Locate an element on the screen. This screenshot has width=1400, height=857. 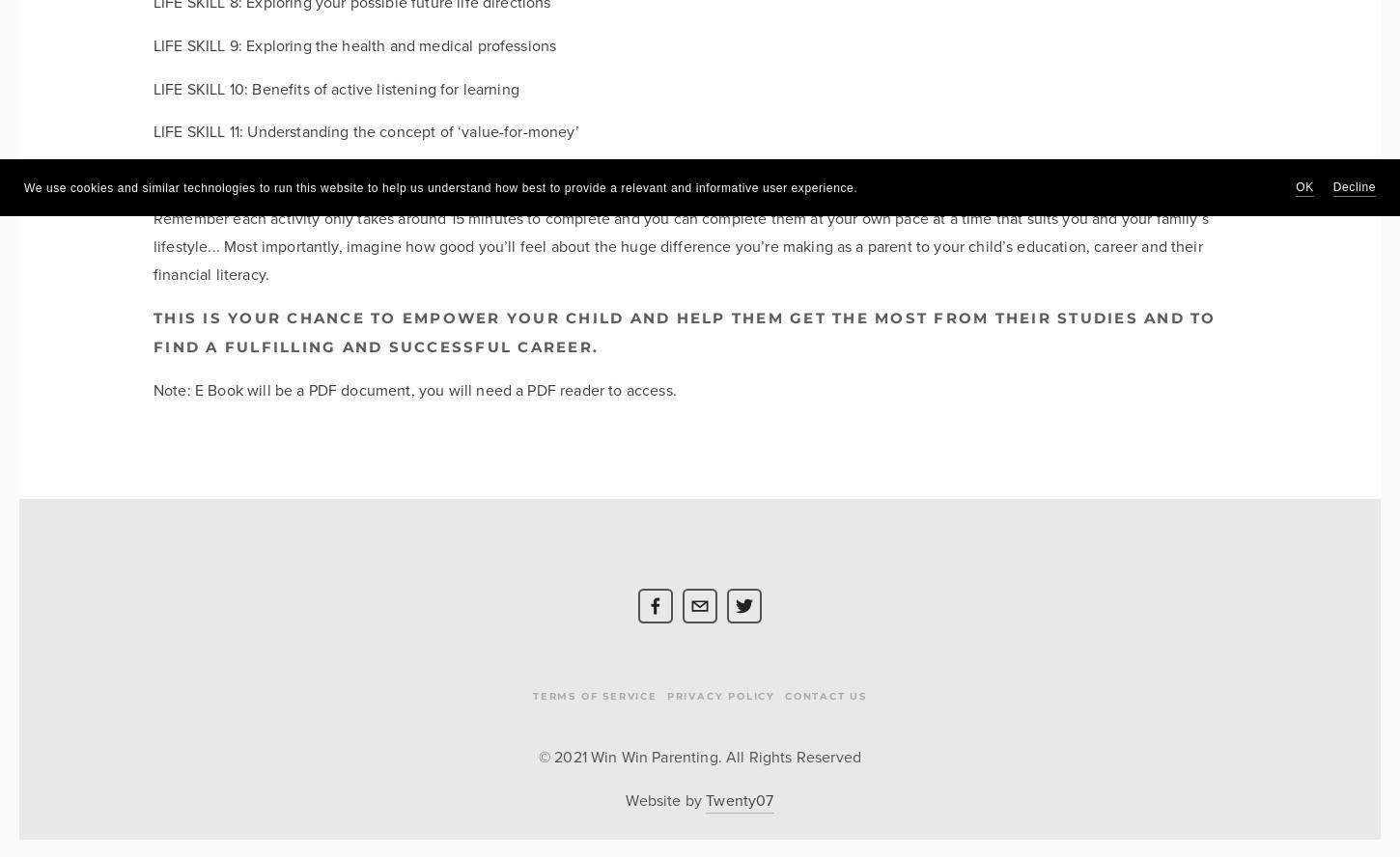
'Contact Us' is located at coordinates (825, 696).